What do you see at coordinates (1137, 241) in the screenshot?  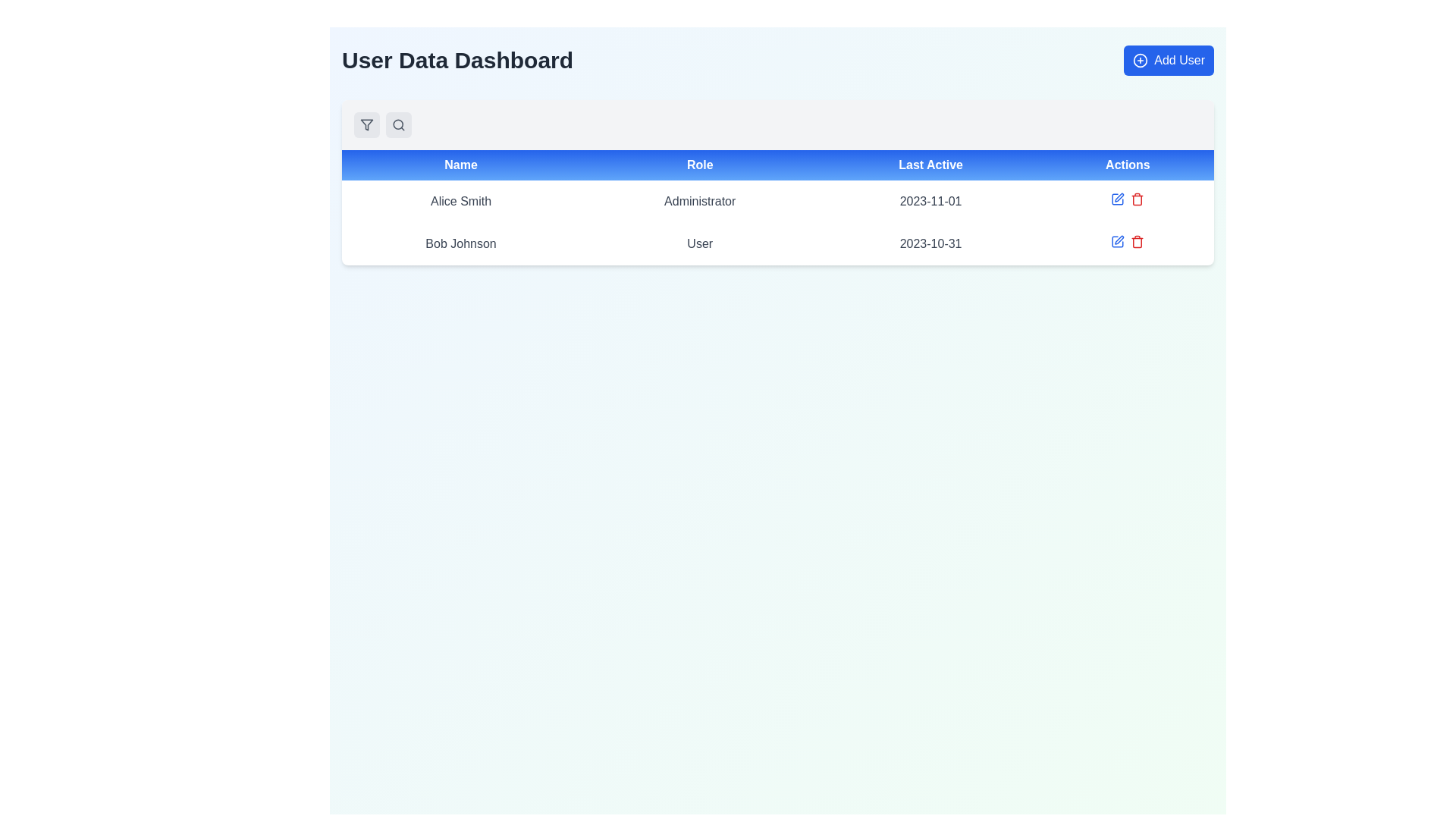 I see `the delete icon button located in the 'Actions' column of the user data table` at bounding box center [1137, 241].